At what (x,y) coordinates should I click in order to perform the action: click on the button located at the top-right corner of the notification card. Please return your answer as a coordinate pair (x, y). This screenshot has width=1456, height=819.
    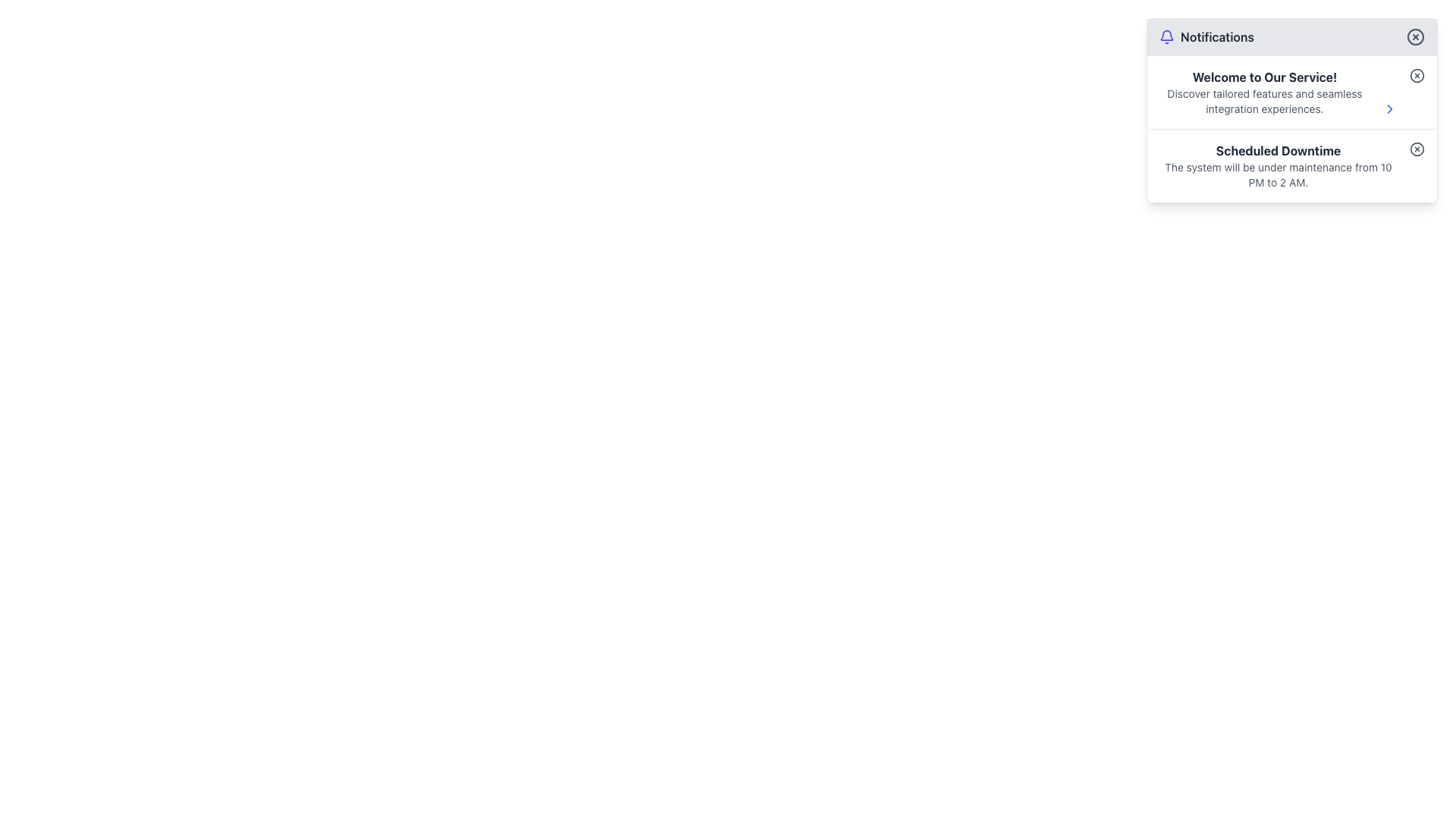
    Looking at the image, I should click on (1416, 76).